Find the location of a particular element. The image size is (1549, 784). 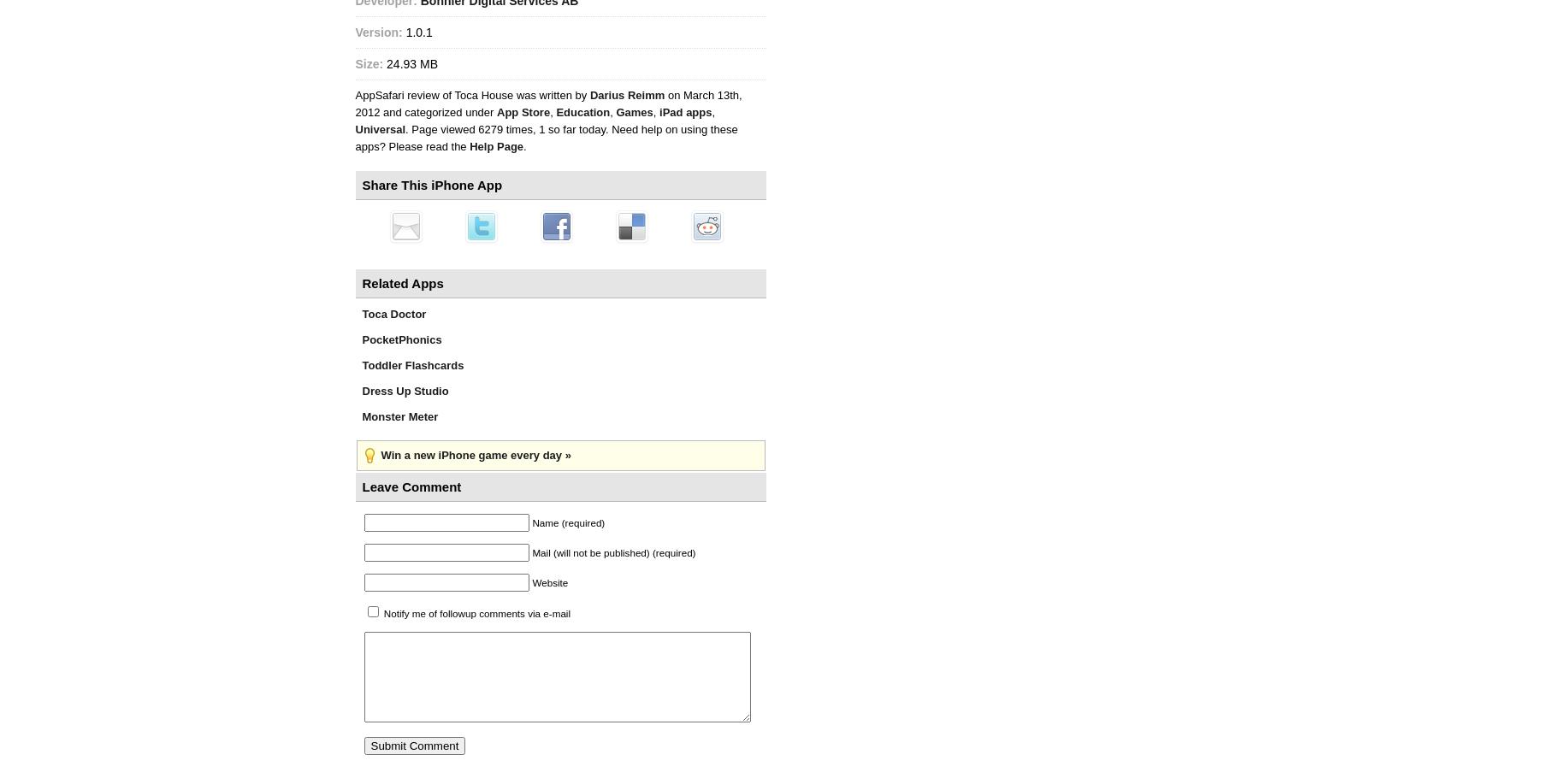

'App Store' is located at coordinates (495, 112).